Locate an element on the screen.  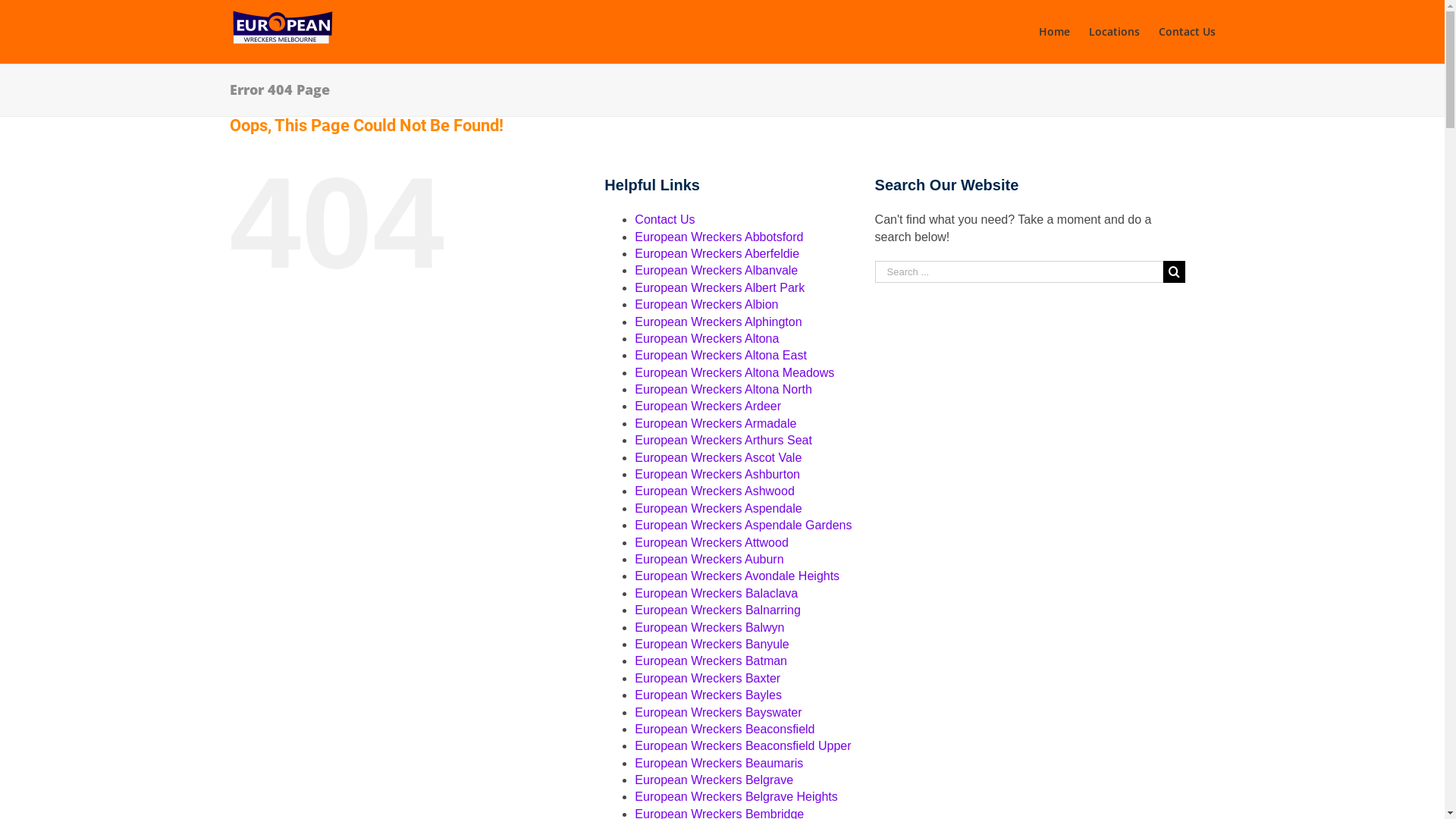
'European Wreckers Altona North' is located at coordinates (723, 388).